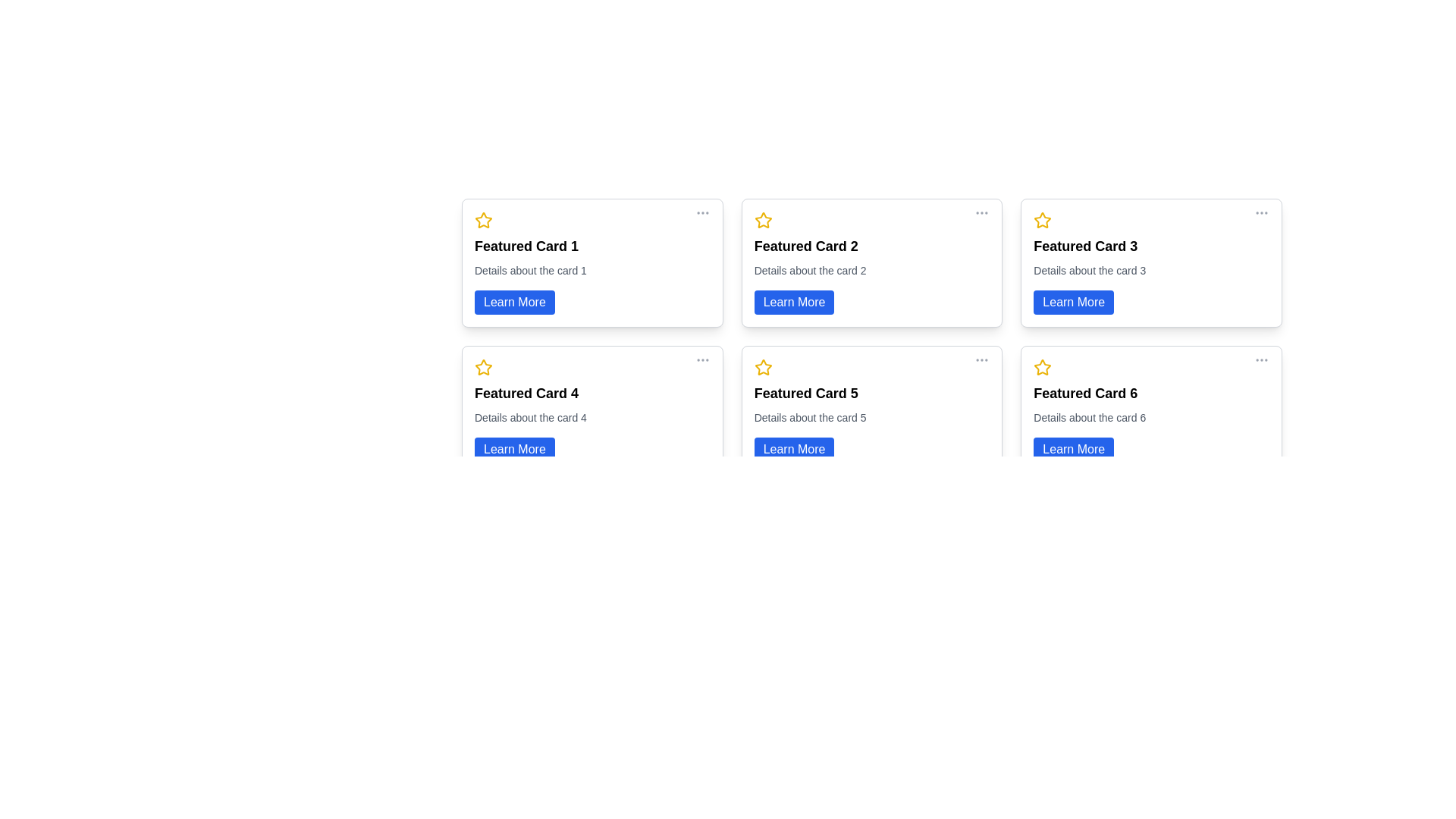 This screenshot has width=1456, height=819. Describe the element at coordinates (526, 393) in the screenshot. I see `the Text Label that serves as the title for the card, which is located in the second row and first column of a grid layout` at that location.